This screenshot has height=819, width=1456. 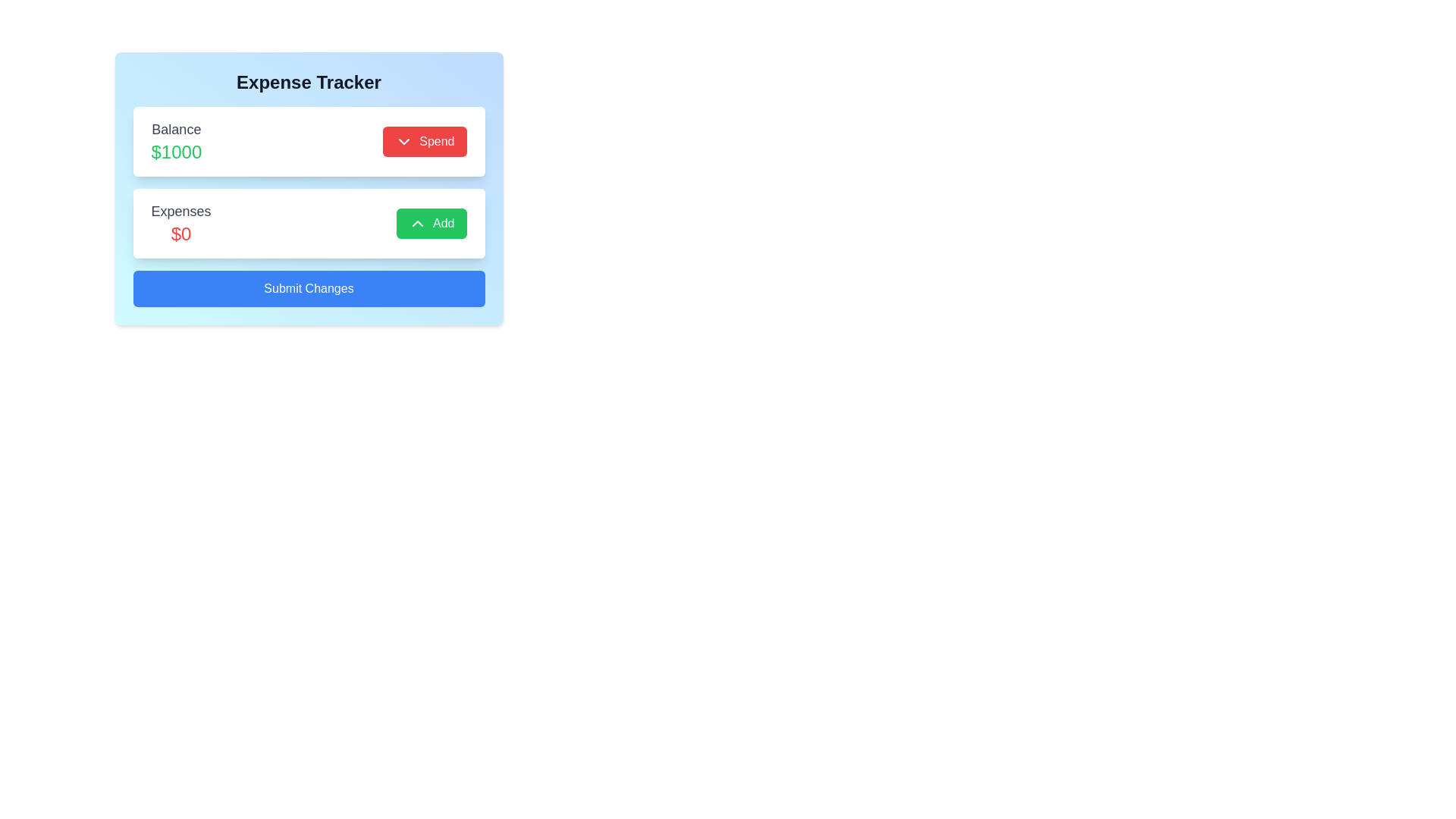 What do you see at coordinates (176, 141) in the screenshot?
I see `contents of the Text display showing the user's current balance information located at the top-left section of the card interface` at bounding box center [176, 141].